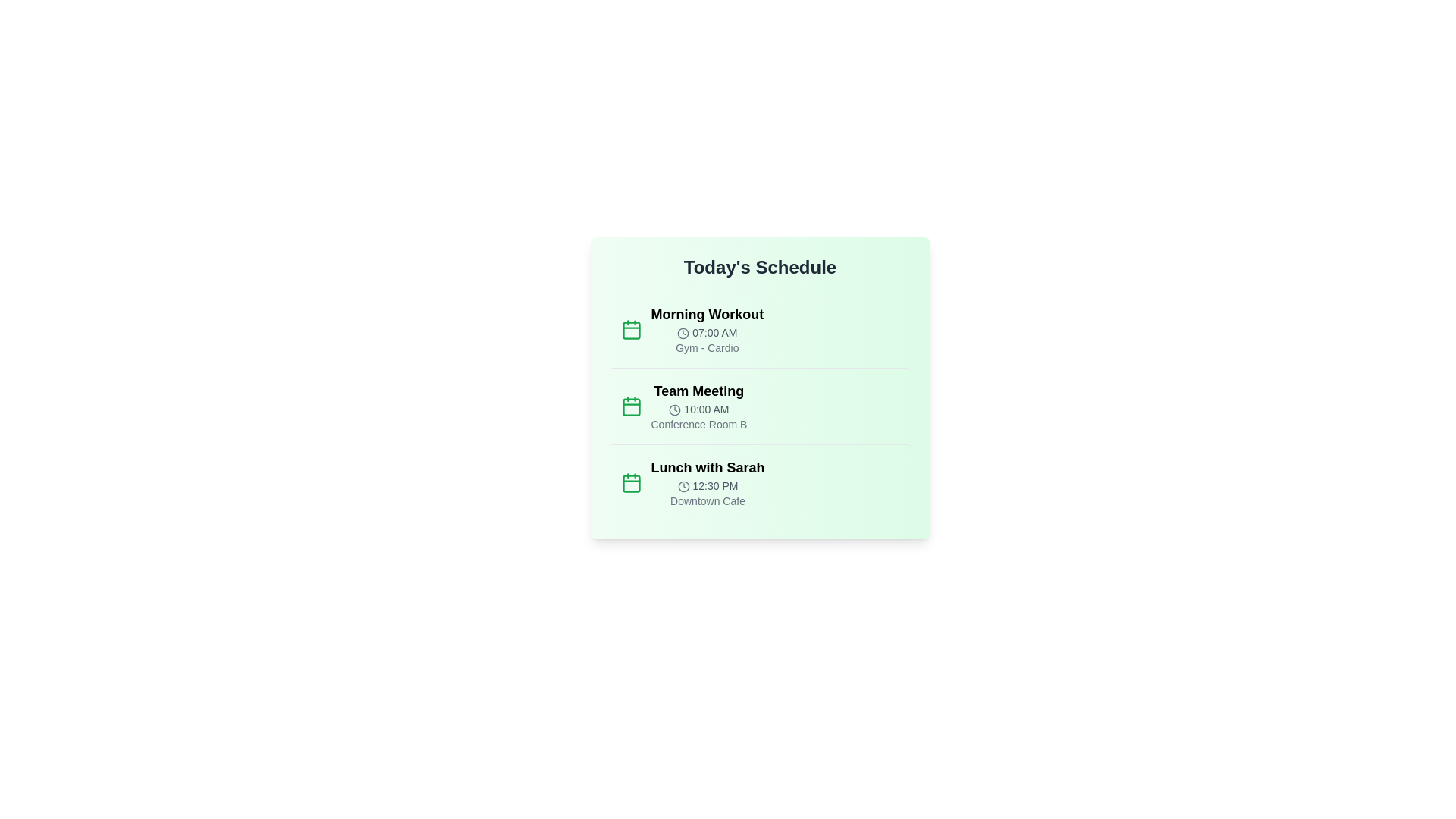 This screenshot has height=819, width=1456. Describe the element at coordinates (760, 329) in the screenshot. I see `the event item for Morning Workout` at that location.